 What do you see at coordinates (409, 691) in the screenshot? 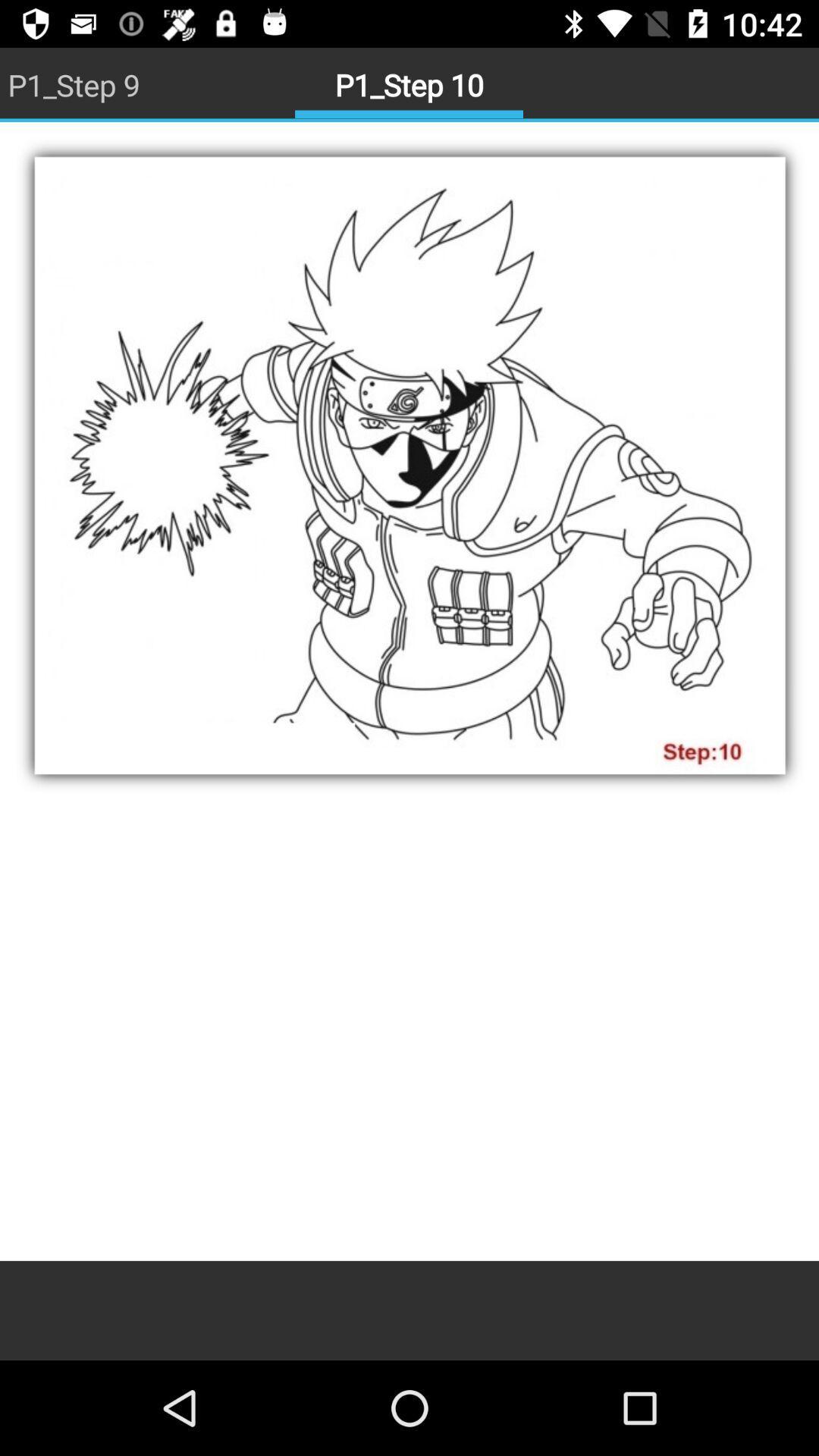
I see `app main window` at bounding box center [409, 691].